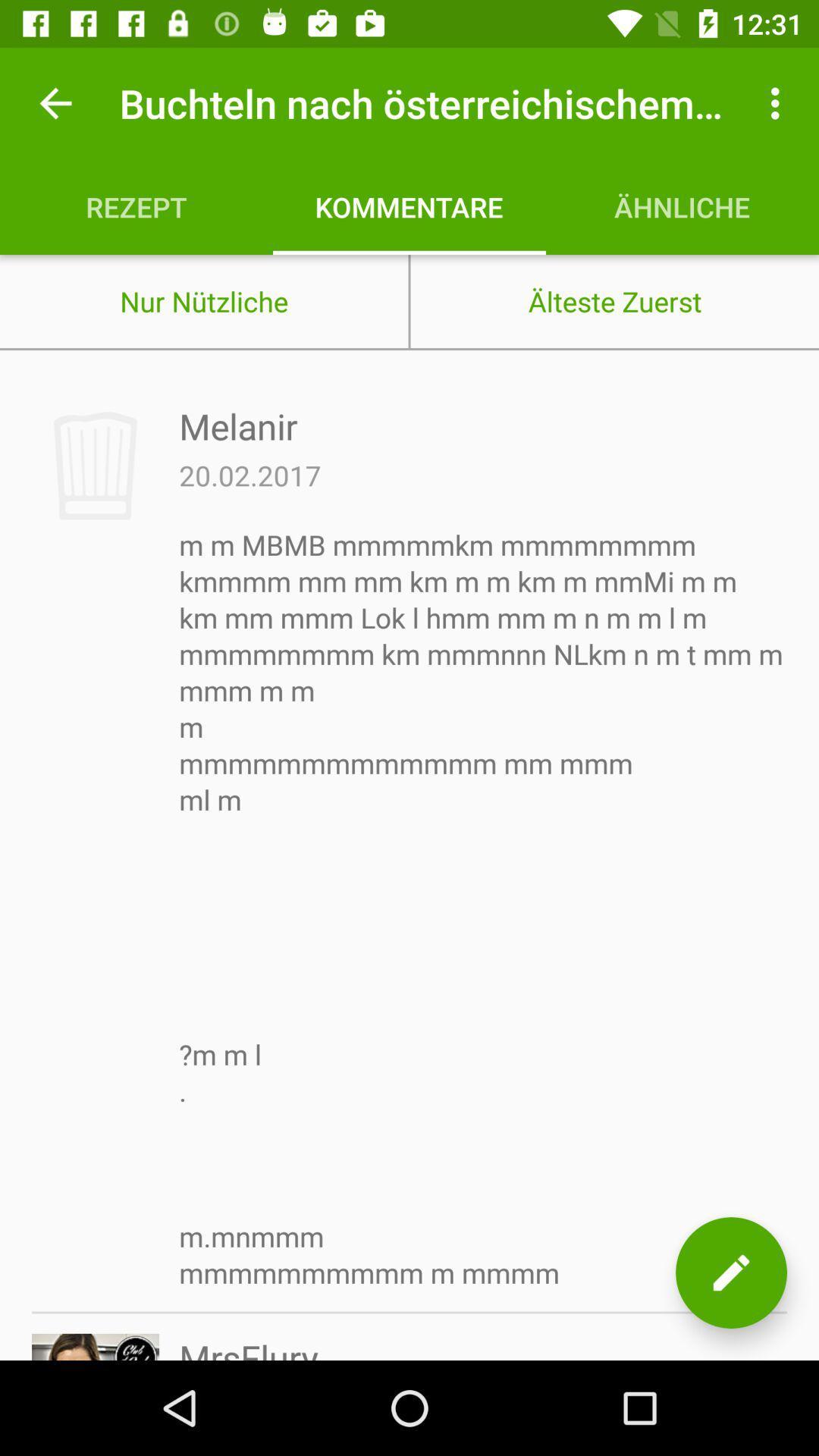 This screenshot has height=1456, width=819. What do you see at coordinates (483, 908) in the screenshot?
I see `the item above mrsflury` at bounding box center [483, 908].